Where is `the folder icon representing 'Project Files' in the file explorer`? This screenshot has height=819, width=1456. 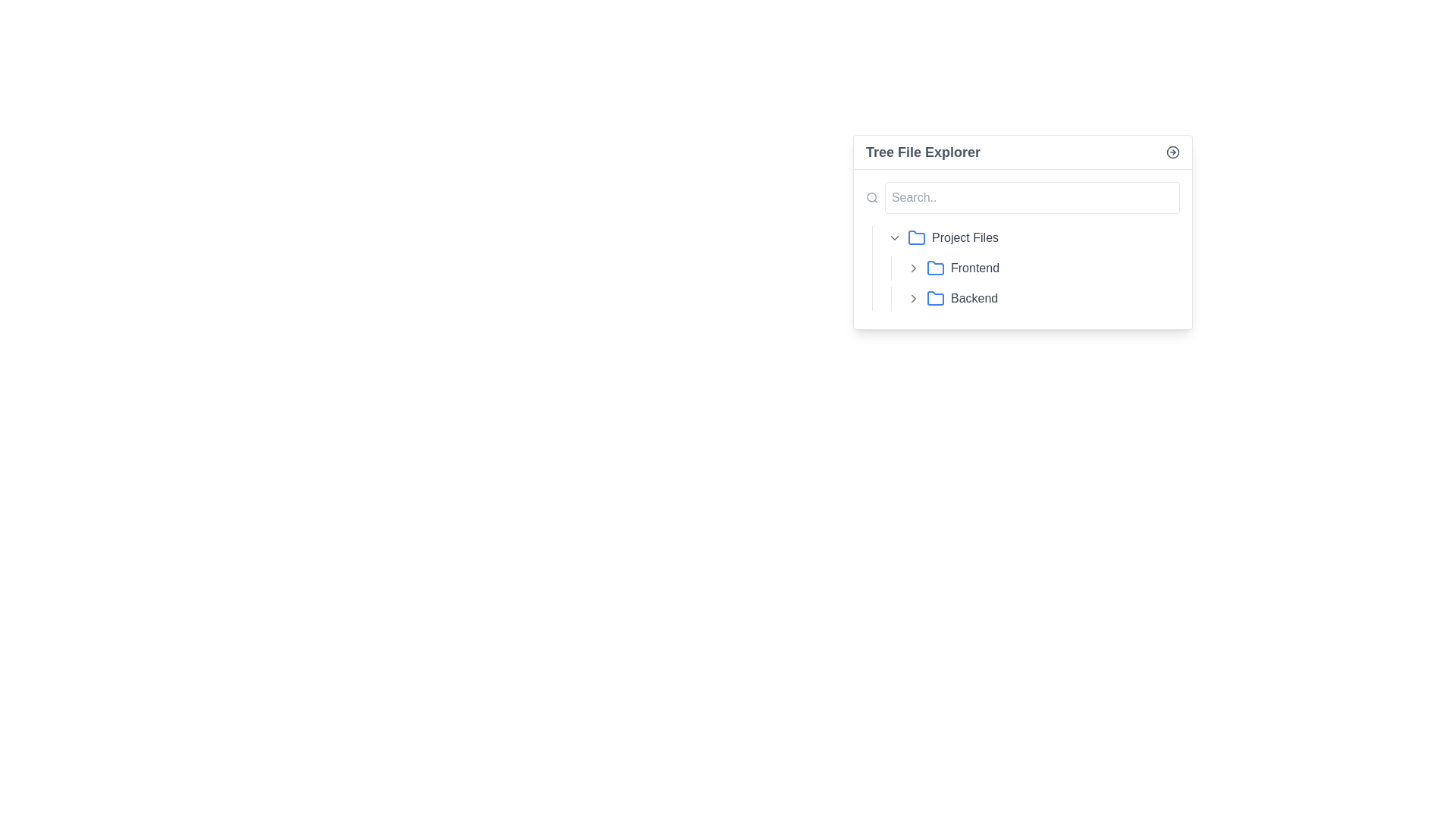
the folder icon representing 'Project Files' in the file explorer is located at coordinates (916, 237).